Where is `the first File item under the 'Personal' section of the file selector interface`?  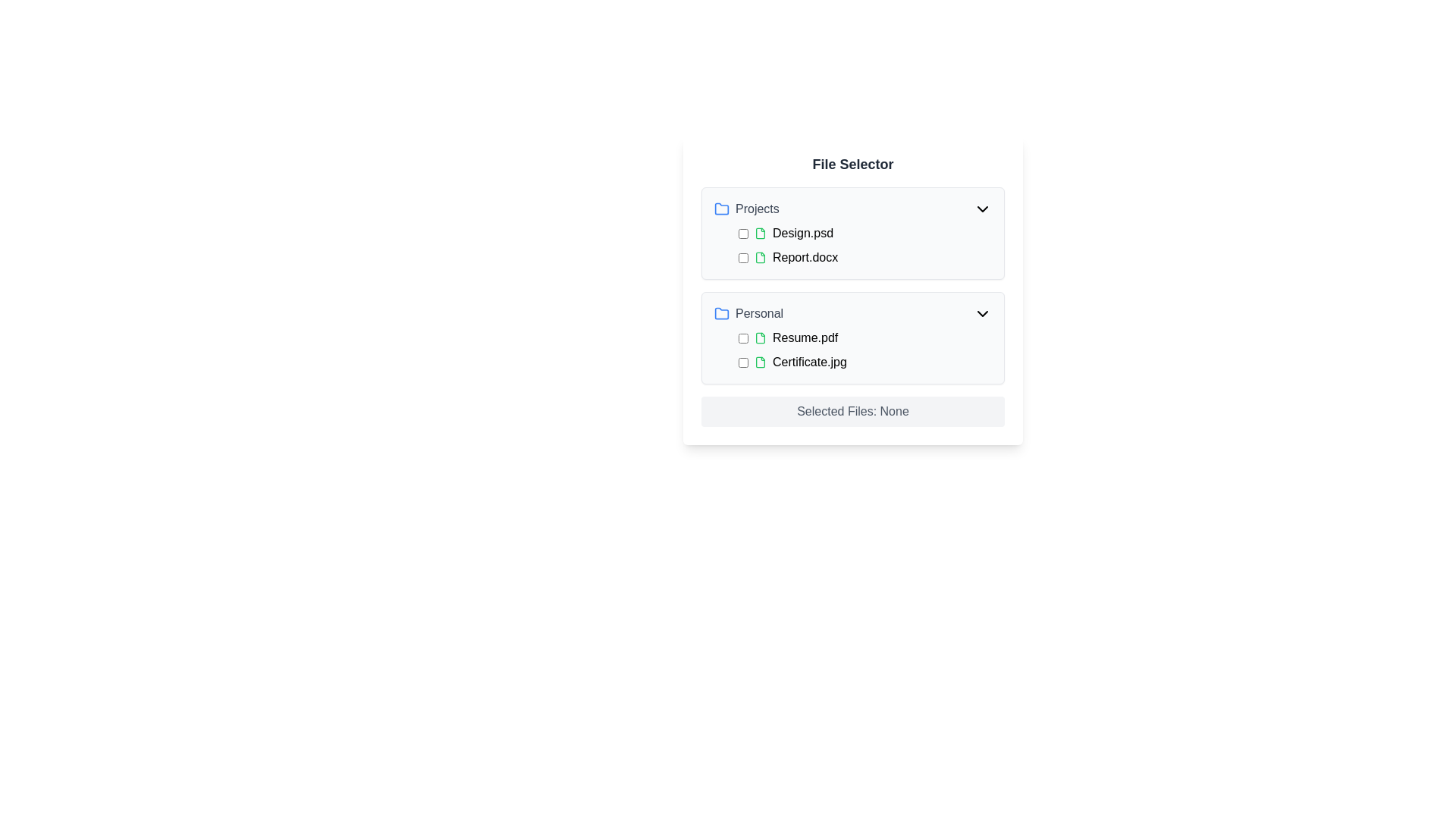 the first File item under the 'Personal' section of the file selector interface is located at coordinates (865, 337).